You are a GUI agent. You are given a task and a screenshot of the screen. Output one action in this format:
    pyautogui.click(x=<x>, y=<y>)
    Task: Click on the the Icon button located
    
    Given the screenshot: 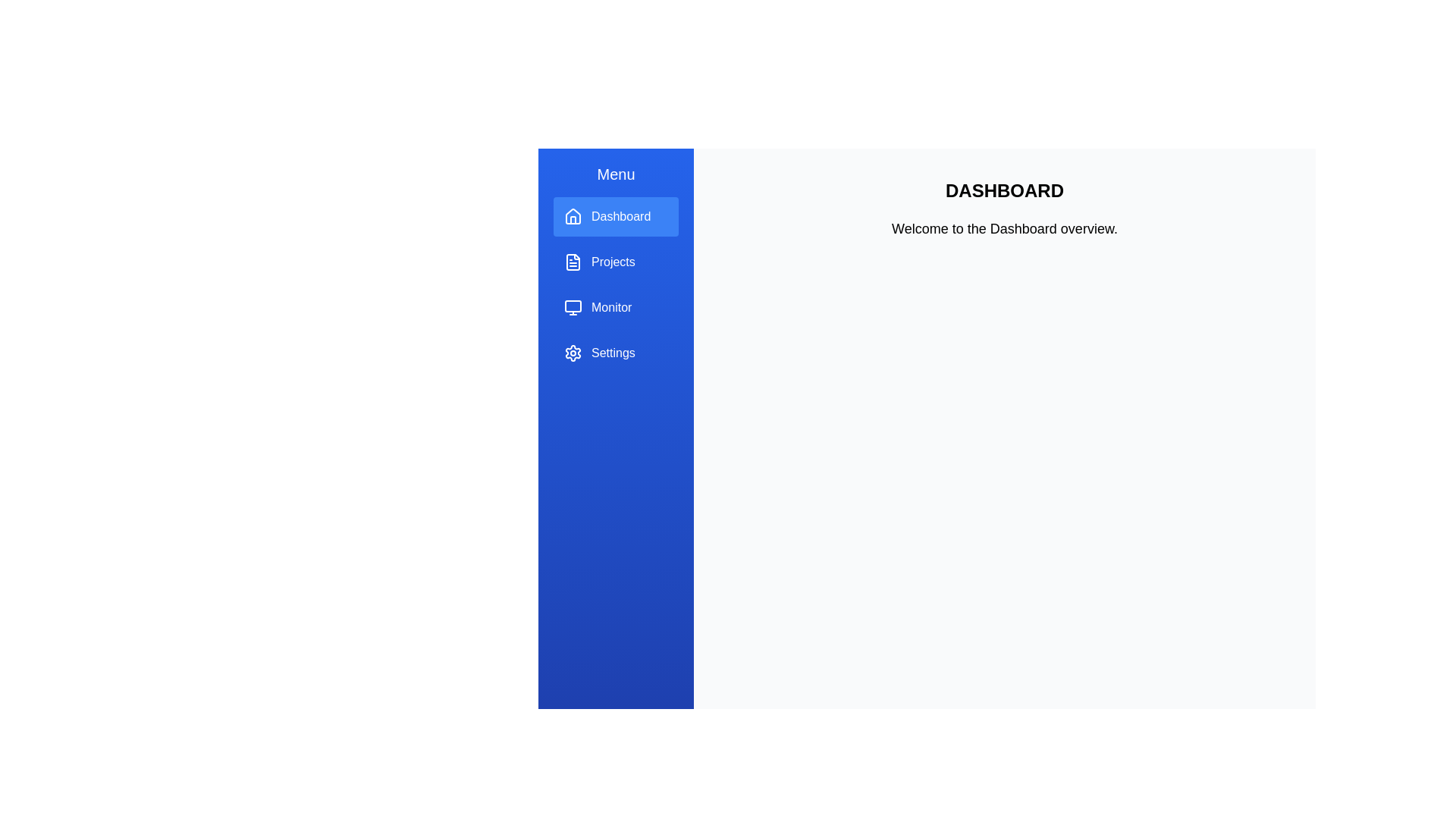 What is the action you would take?
    pyautogui.click(x=572, y=353)
    